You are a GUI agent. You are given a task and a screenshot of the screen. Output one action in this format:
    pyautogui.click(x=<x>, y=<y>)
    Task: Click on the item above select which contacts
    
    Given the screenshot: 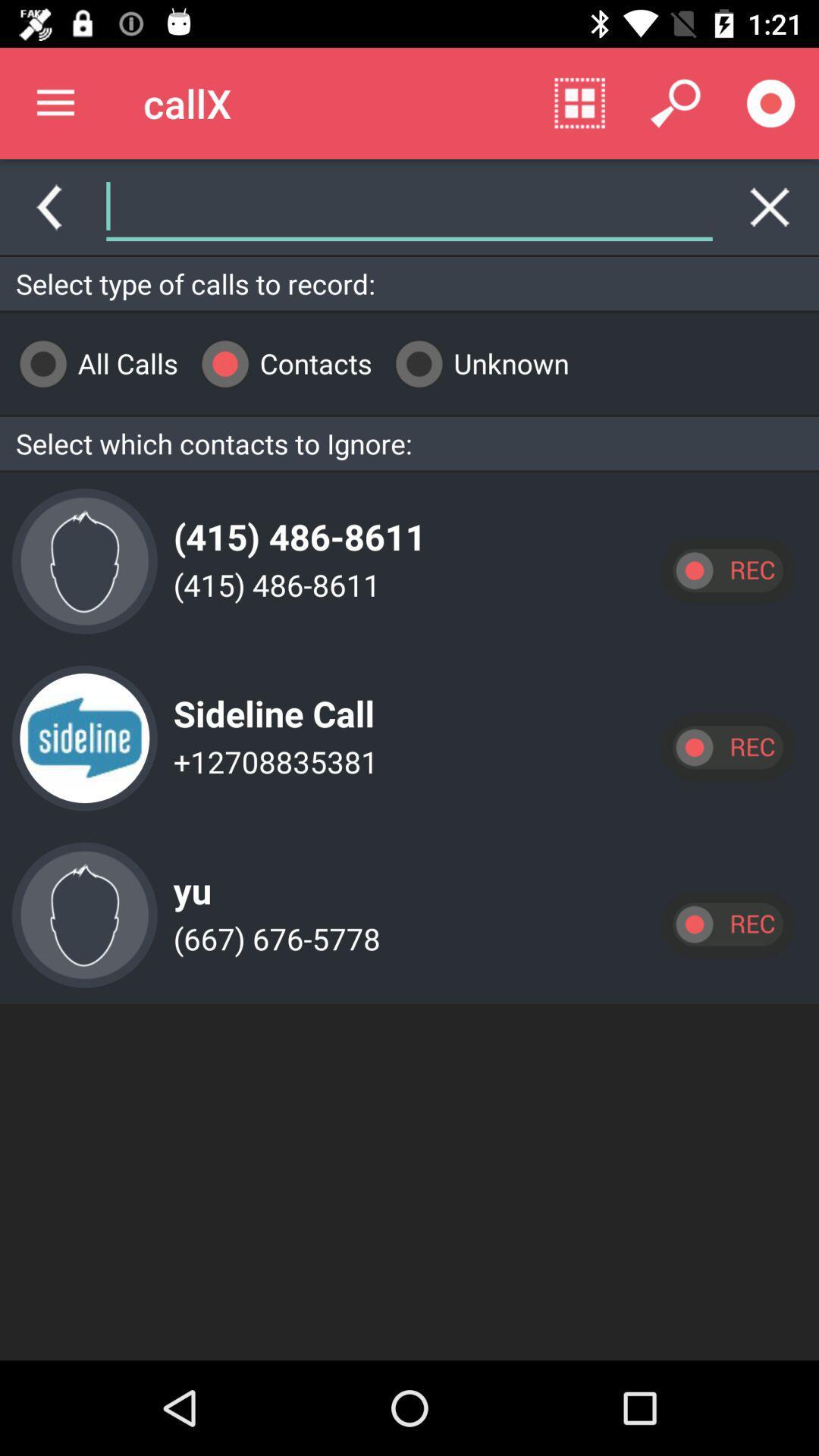 What is the action you would take?
    pyautogui.click(x=475, y=362)
    